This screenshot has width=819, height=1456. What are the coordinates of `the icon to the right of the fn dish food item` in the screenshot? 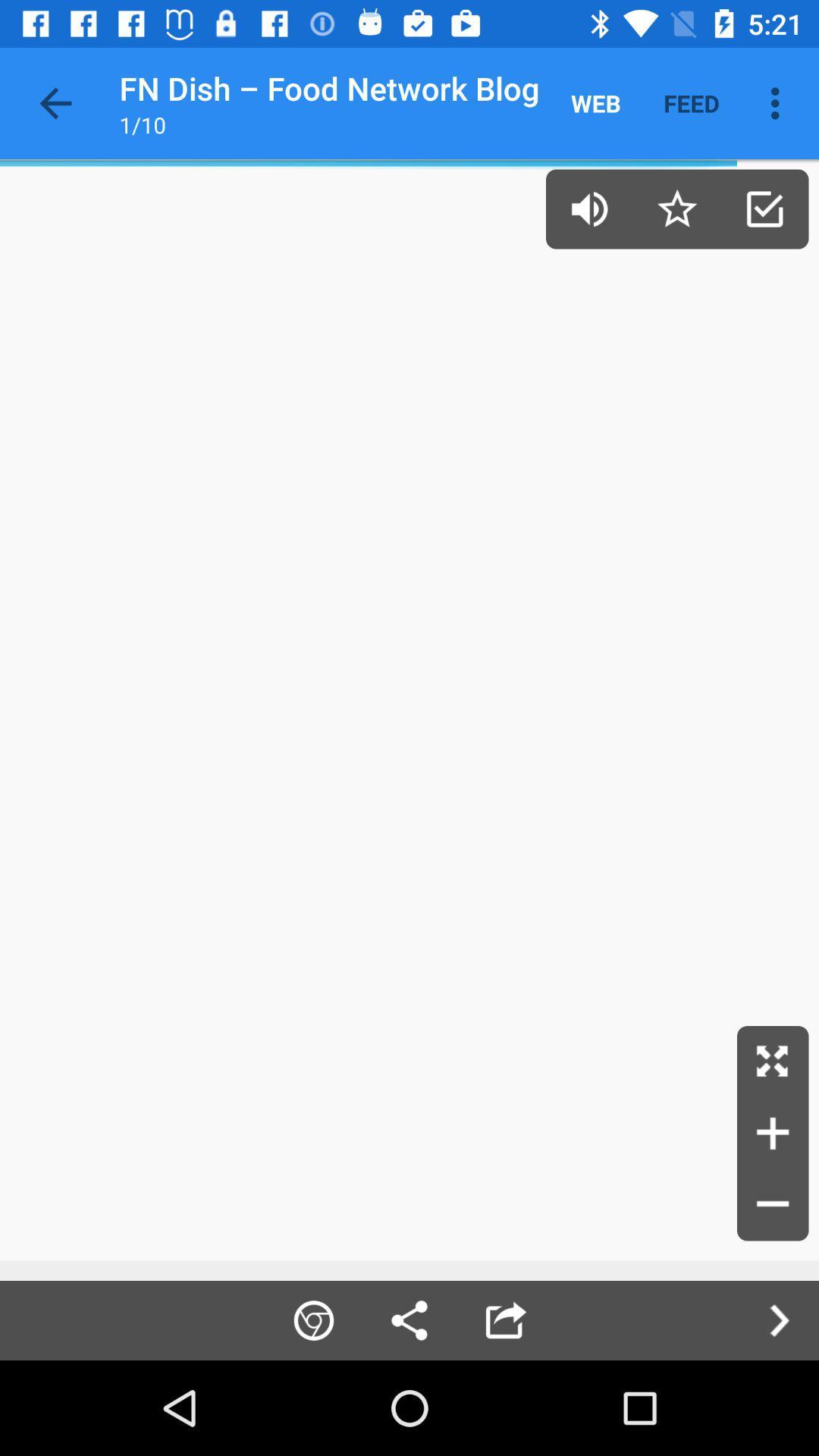 It's located at (595, 102).